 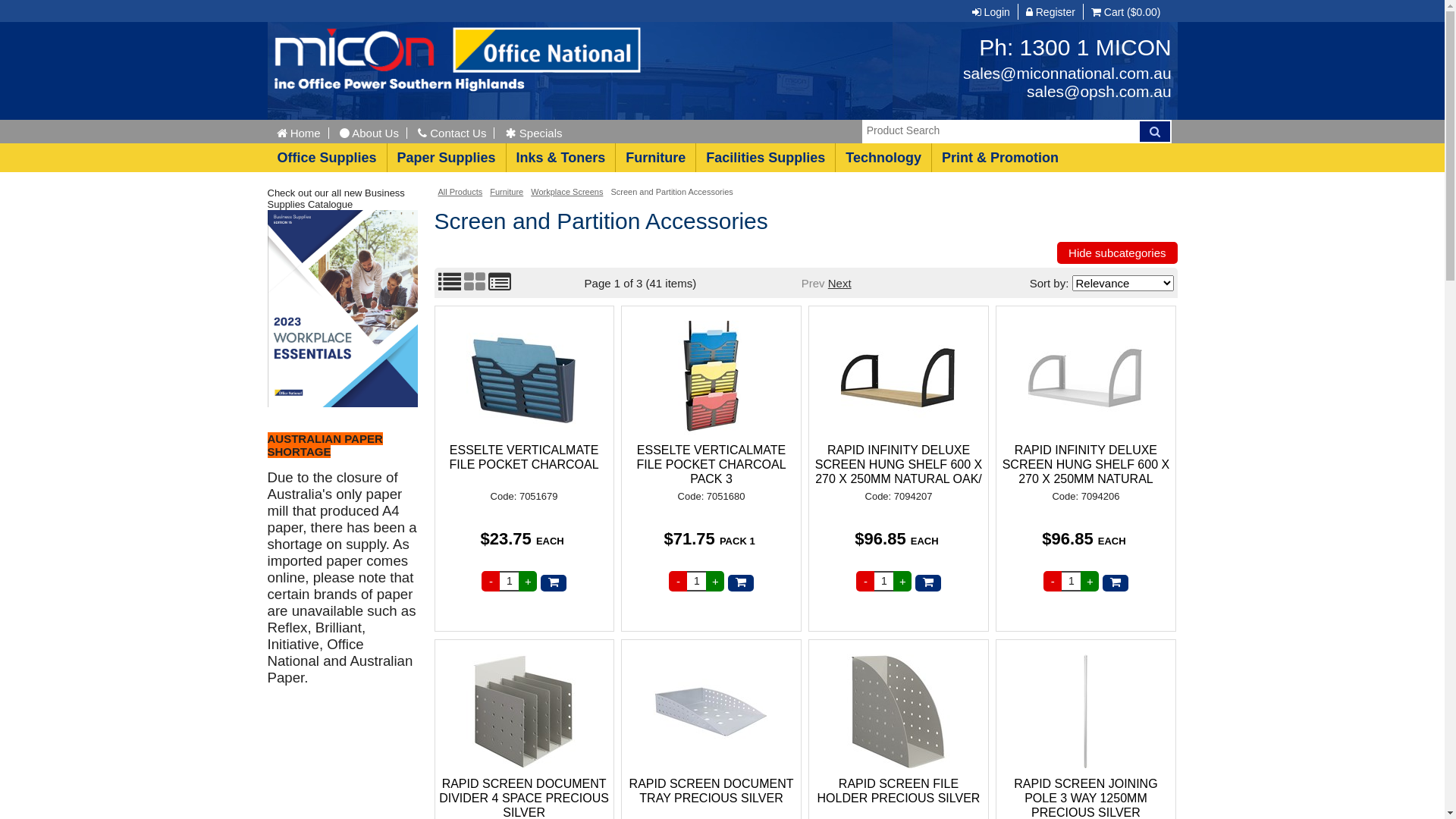 What do you see at coordinates (302, 132) in the screenshot?
I see `'Home'` at bounding box center [302, 132].